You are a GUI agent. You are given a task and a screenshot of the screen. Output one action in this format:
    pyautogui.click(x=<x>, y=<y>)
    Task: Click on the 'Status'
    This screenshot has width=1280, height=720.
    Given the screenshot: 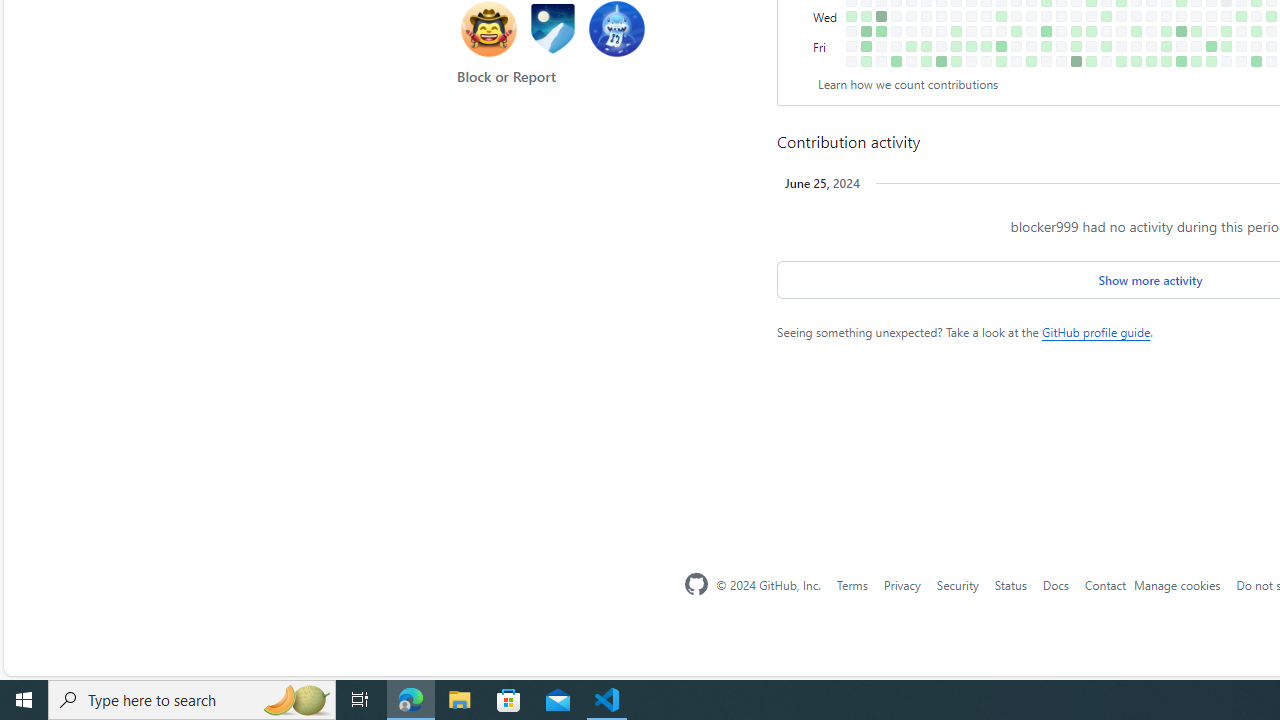 What is the action you would take?
    pyautogui.click(x=1010, y=584)
    